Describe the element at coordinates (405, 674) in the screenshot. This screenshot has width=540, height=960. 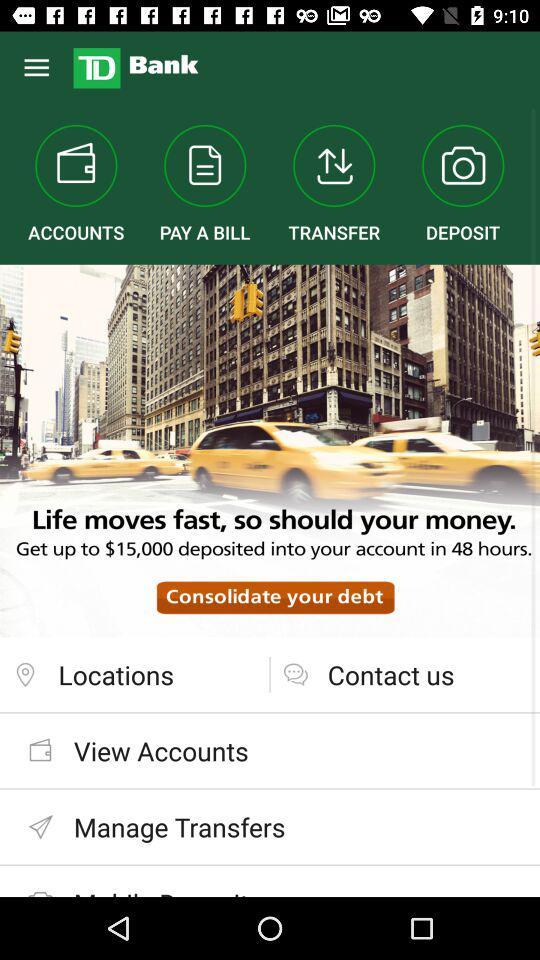
I see `the contact us item` at that location.